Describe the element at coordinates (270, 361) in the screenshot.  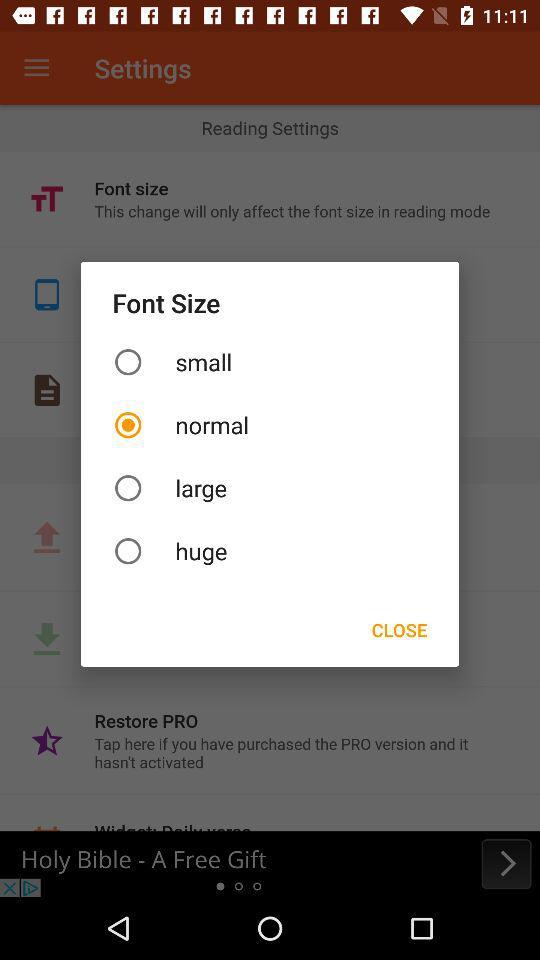
I see `small icon` at that location.